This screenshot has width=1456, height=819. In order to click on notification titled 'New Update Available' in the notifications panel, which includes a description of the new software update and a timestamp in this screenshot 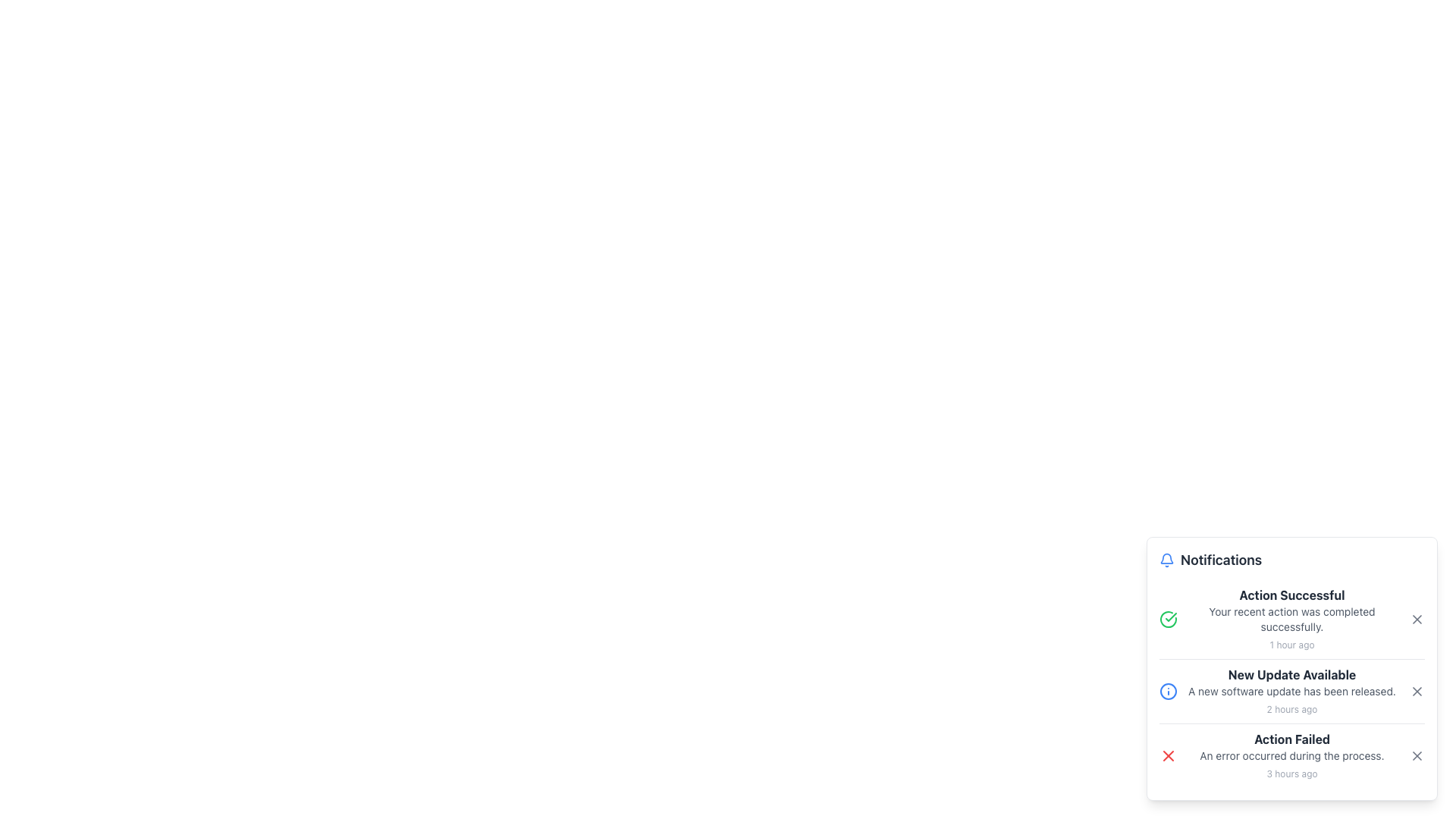, I will do `click(1291, 691)`.